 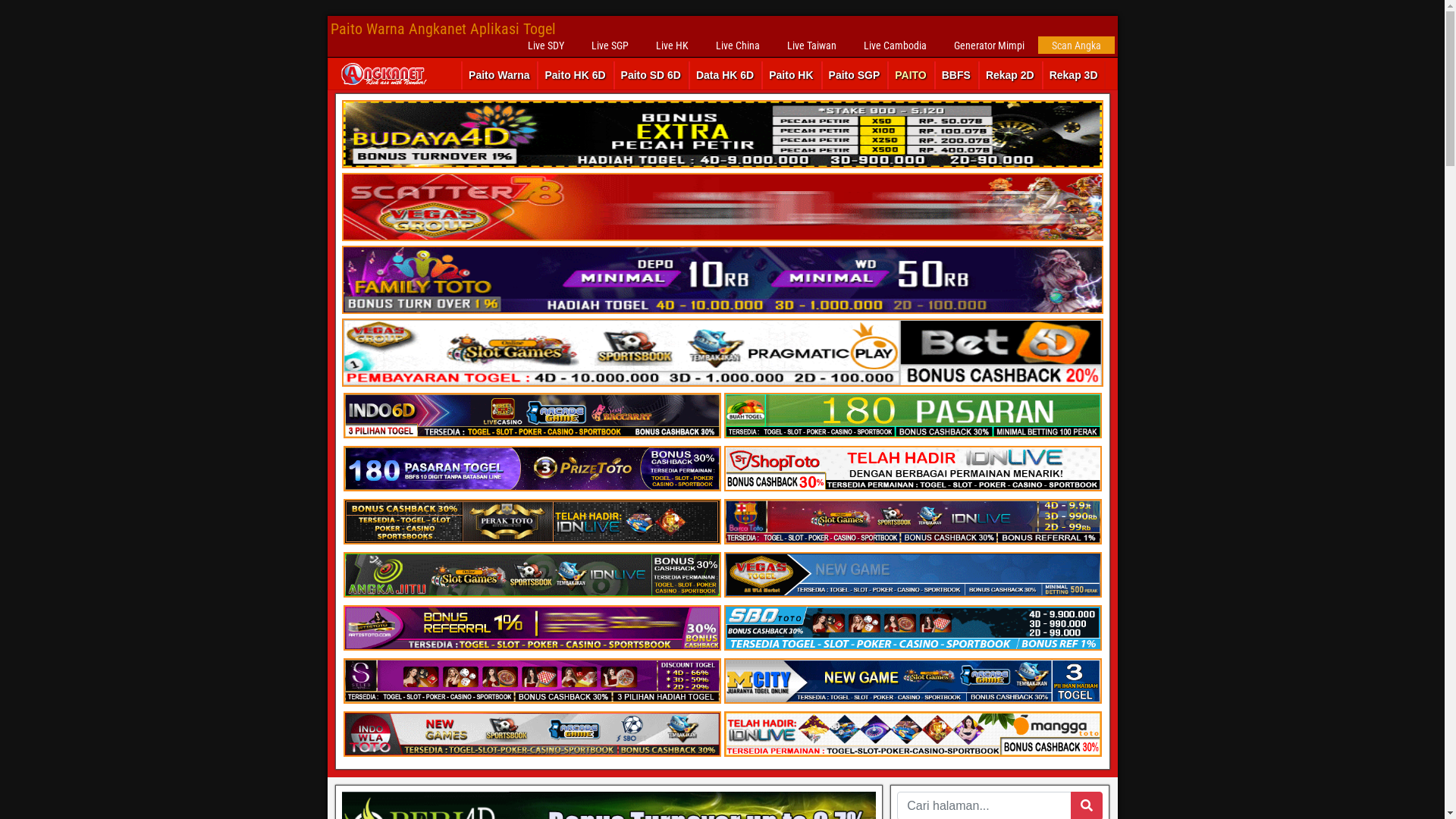 I want to click on 'Scan Angka', so click(x=1037, y=45).